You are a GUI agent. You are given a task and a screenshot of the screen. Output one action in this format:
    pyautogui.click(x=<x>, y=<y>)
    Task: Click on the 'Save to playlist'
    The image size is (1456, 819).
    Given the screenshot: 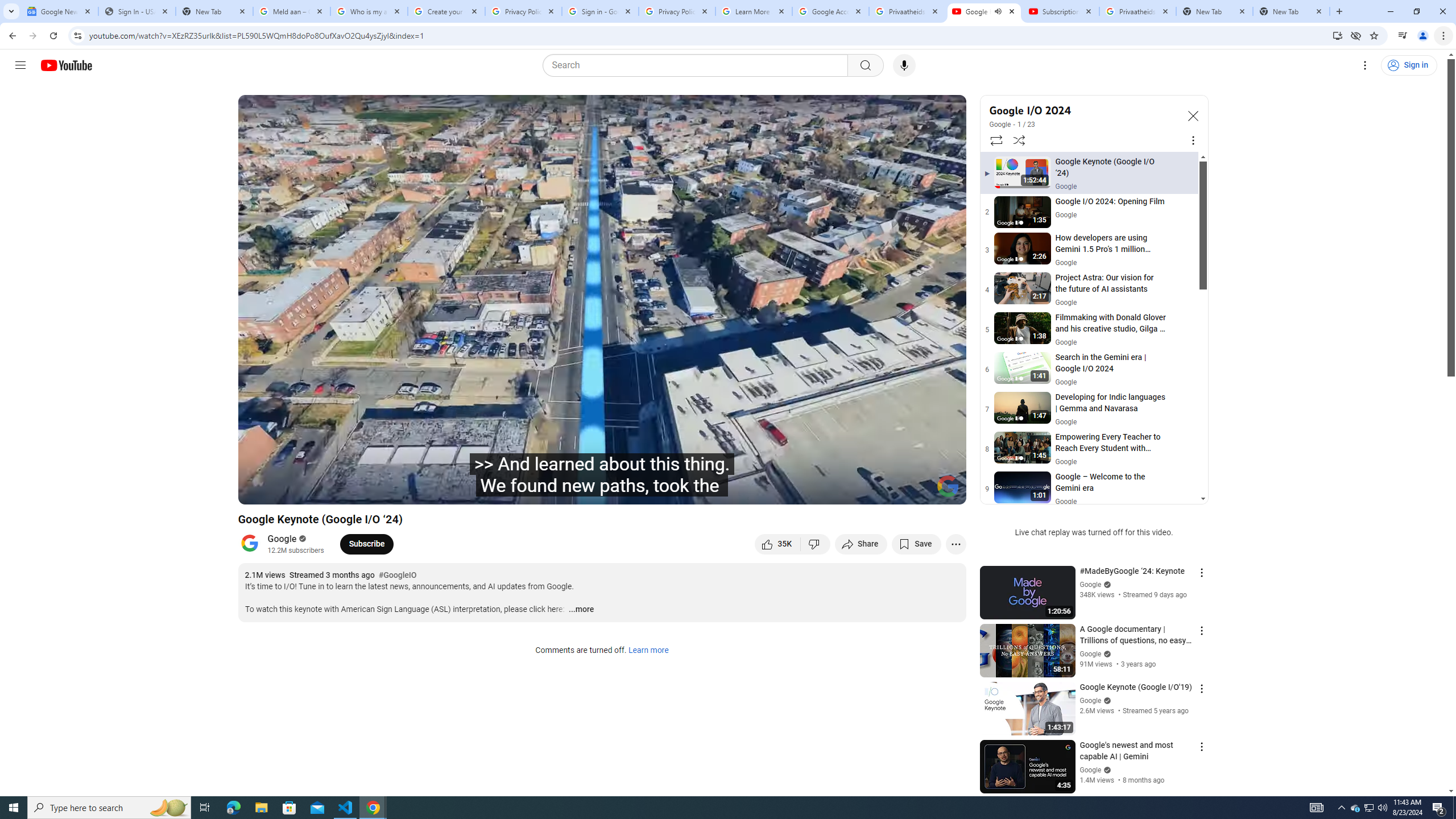 What is the action you would take?
    pyautogui.click(x=916, y=543)
    